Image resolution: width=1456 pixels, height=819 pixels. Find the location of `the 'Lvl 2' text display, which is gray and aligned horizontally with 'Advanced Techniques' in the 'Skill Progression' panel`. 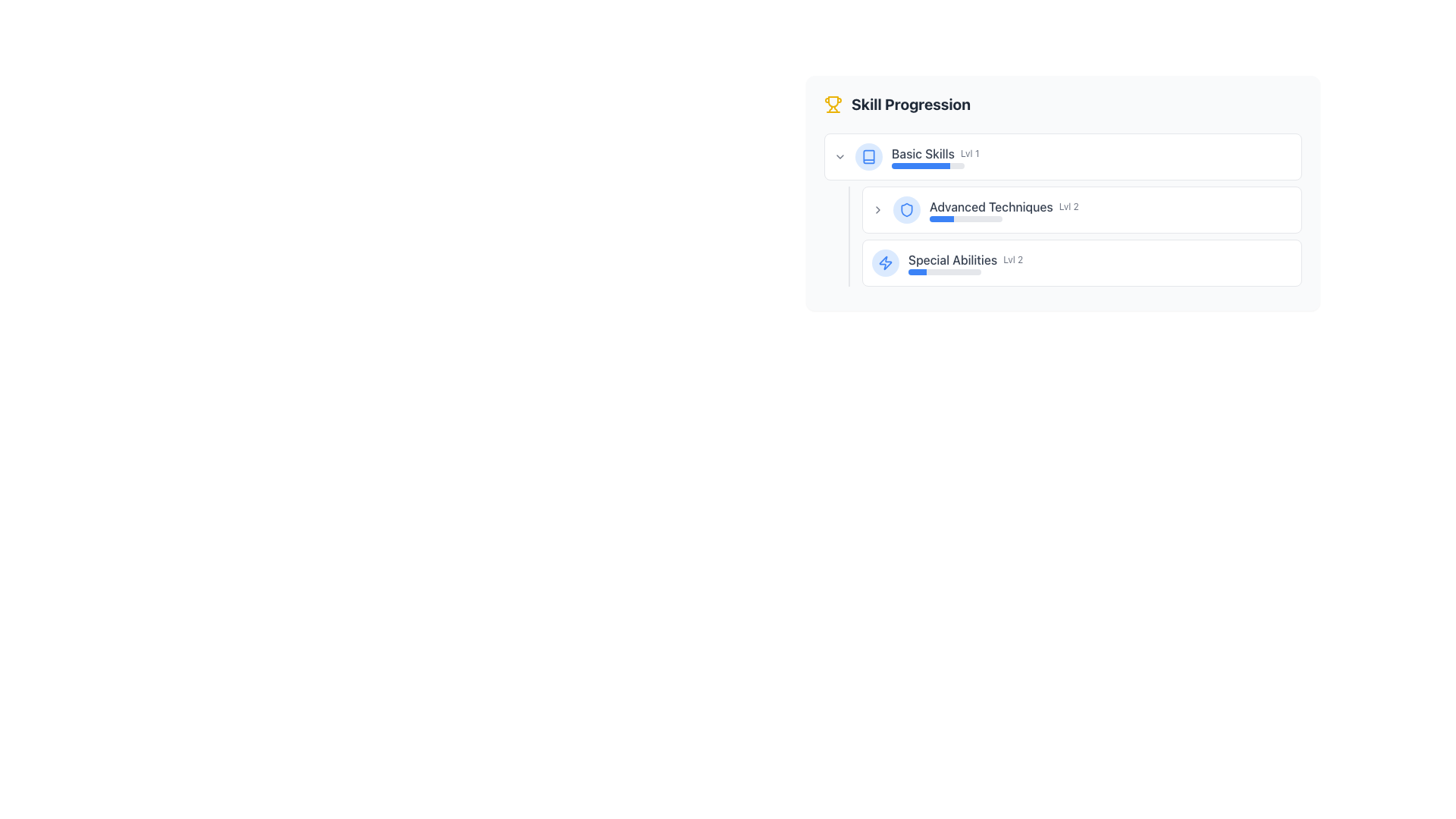

the 'Lvl 2' text display, which is gray and aligned horizontally with 'Advanced Techniques' in the 'Skill Progression' panel is located at coordinates (1068, 207).